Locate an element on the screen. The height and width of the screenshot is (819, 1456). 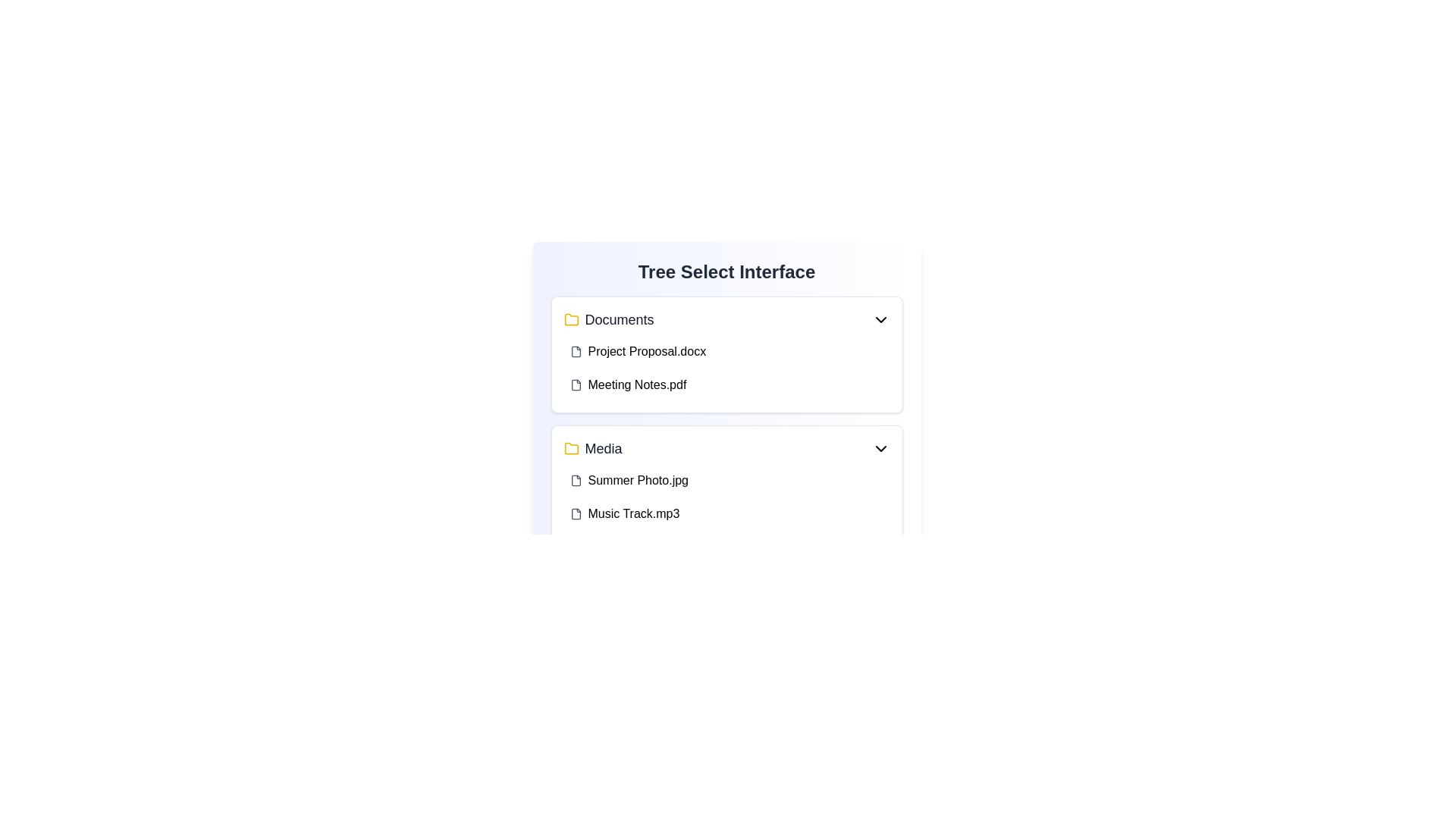
the downward-pointing chevron-shaped icon located in the header labeled 'Documents' is located at coordinates (880, 318).